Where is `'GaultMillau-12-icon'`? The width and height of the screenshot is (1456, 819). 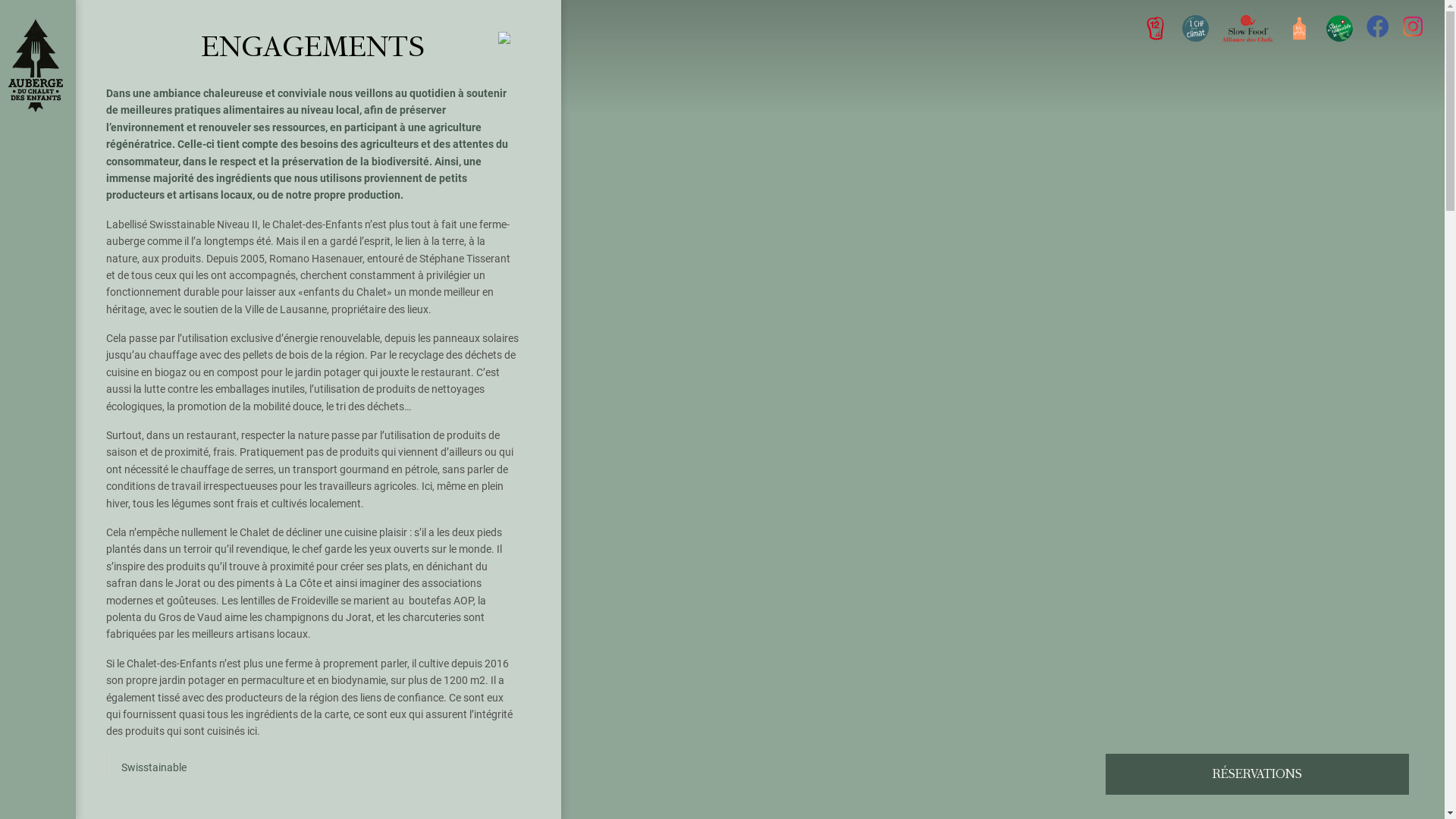
'GaultMillau-12-icon' is located at coordinates (1154, 28).